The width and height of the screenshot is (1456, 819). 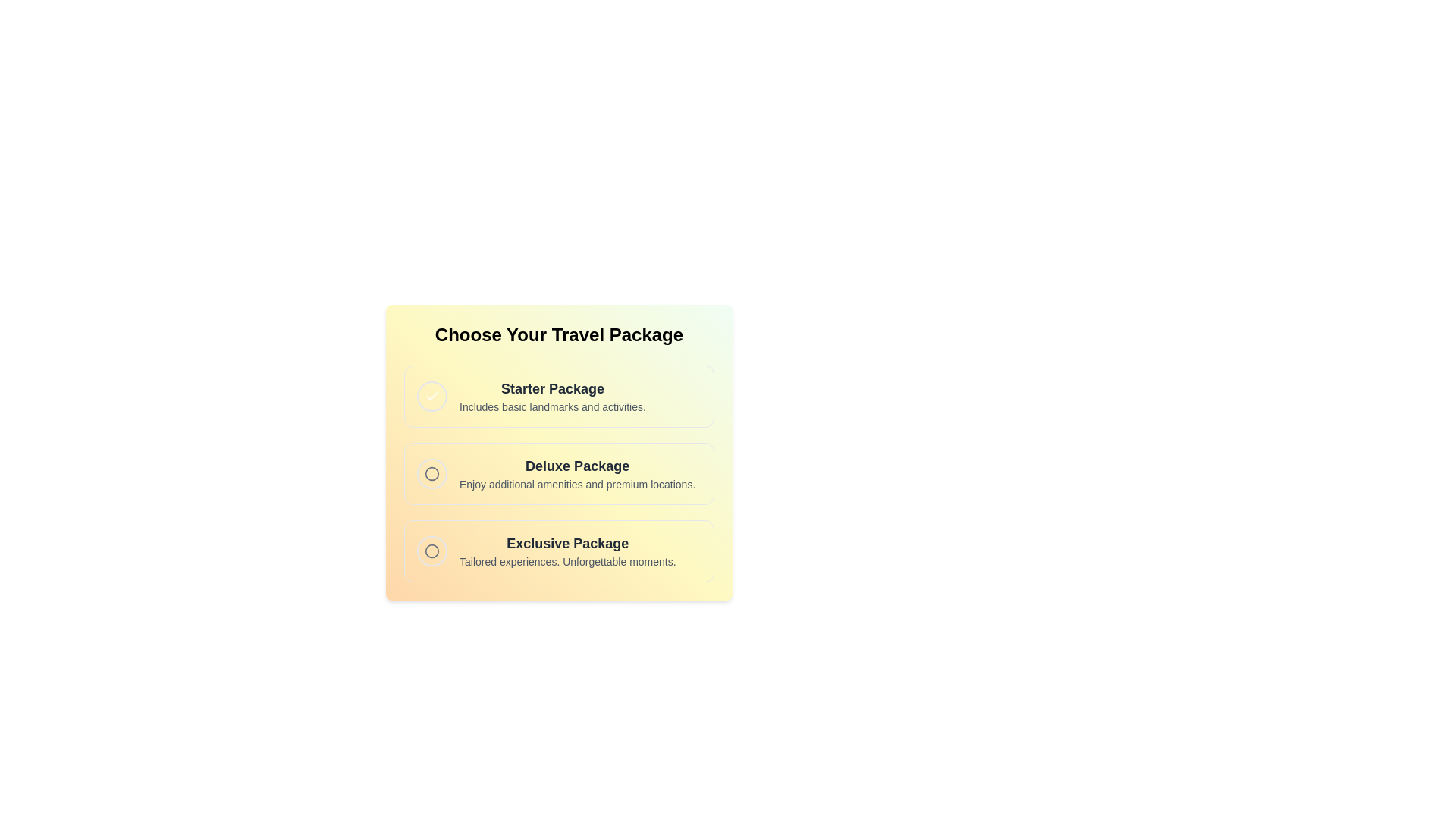 What do you see at coordinates (566, 561) in the screenshot?
I see `the text label that reads 'Tailored experiences. Unforgettable moments.' located below the 'Exclusive Package' header in the third travel package card` at bounding box center [566, 561].